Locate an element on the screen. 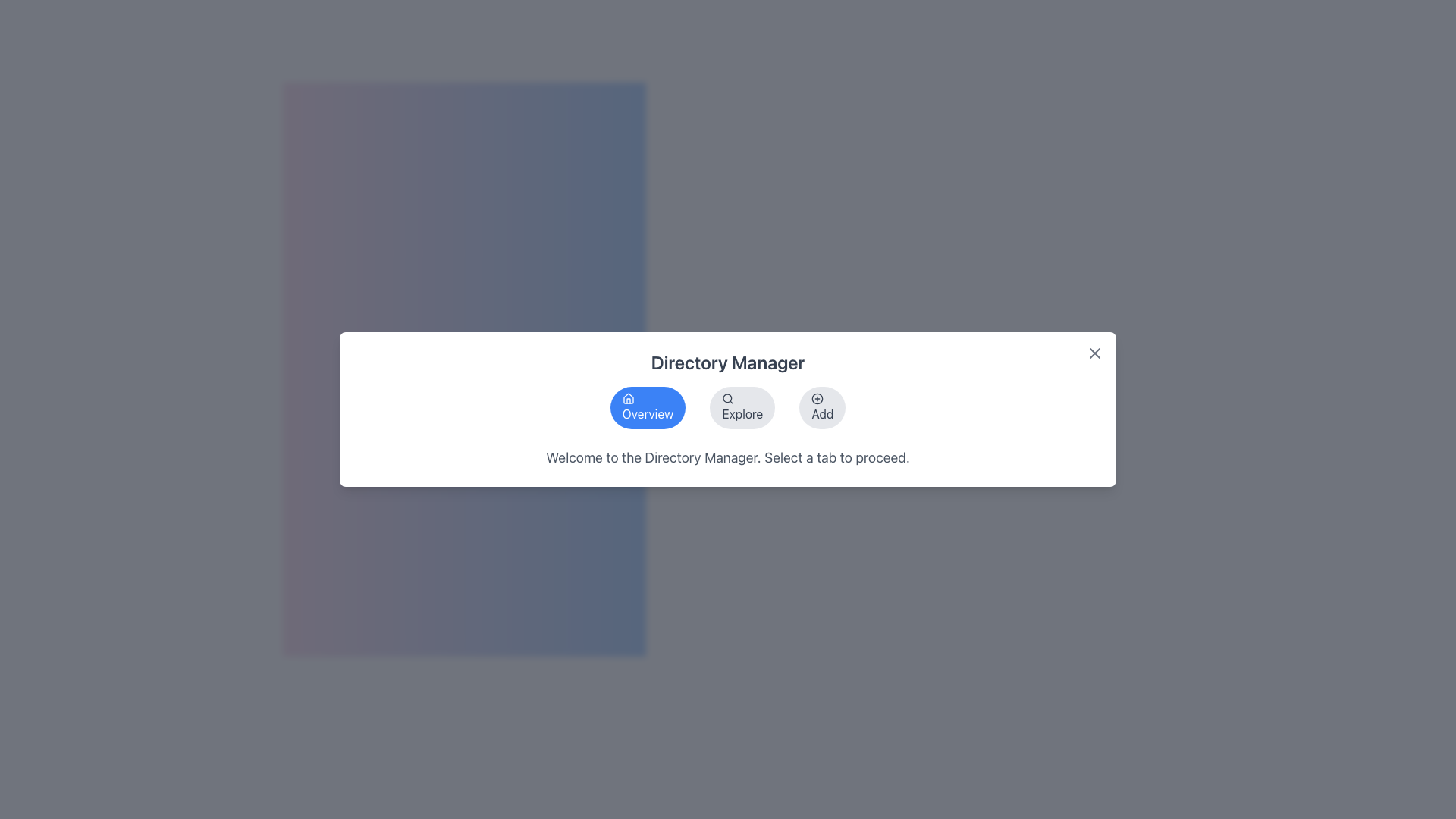 This screenshot has width=1456, height=819. the house icon located inside the 'Overview' button, aligned to the left side of the button's bounds is located at coordinates (628, 397).